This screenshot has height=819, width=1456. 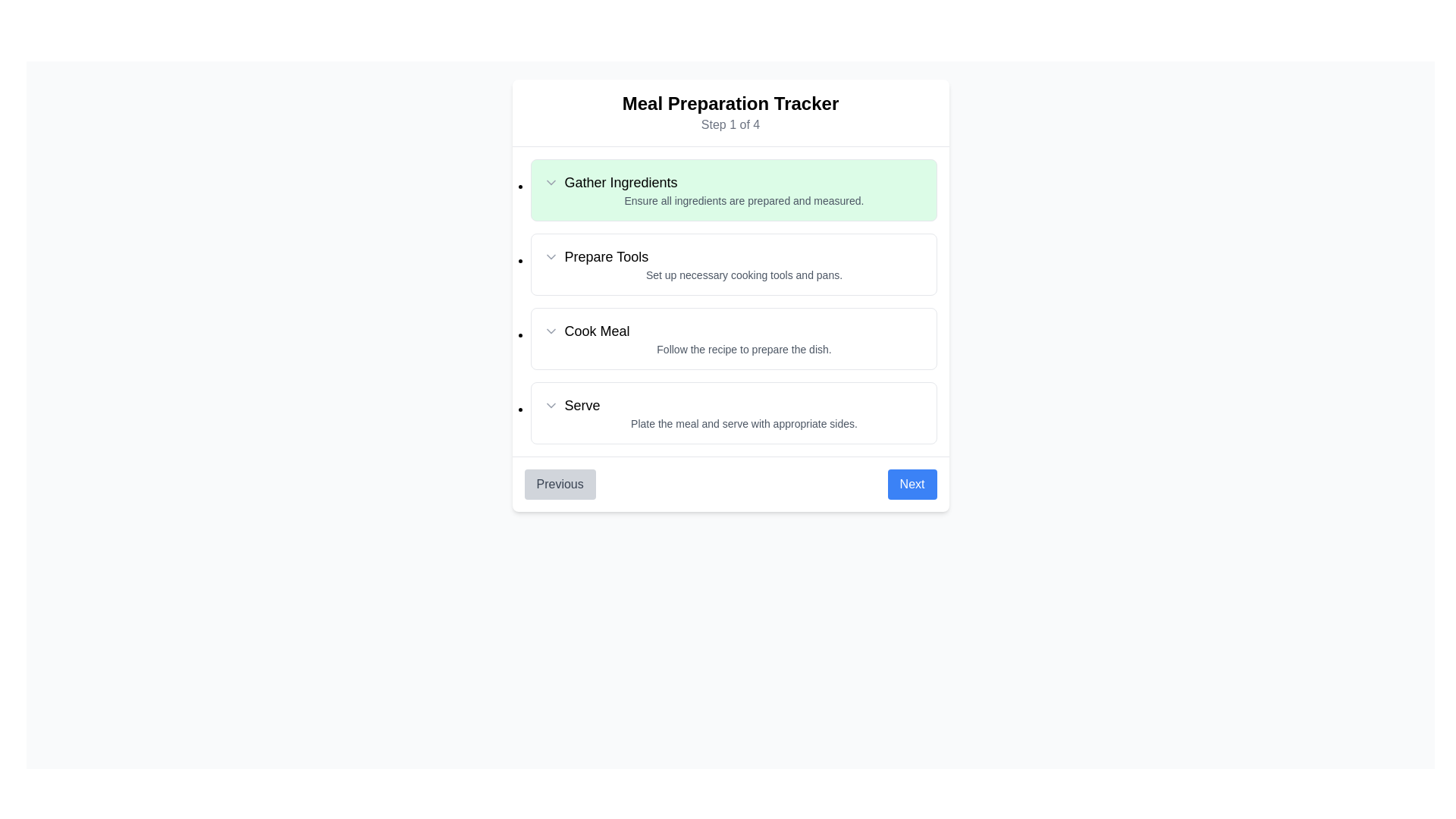 What do you see at coordinates (733, 338) in the screenshot?
I see `descriptive text of the third list item titled 'Cook Meal' in the 'Meal Preparation Tracker' interface` at bounding box center [733, 338].